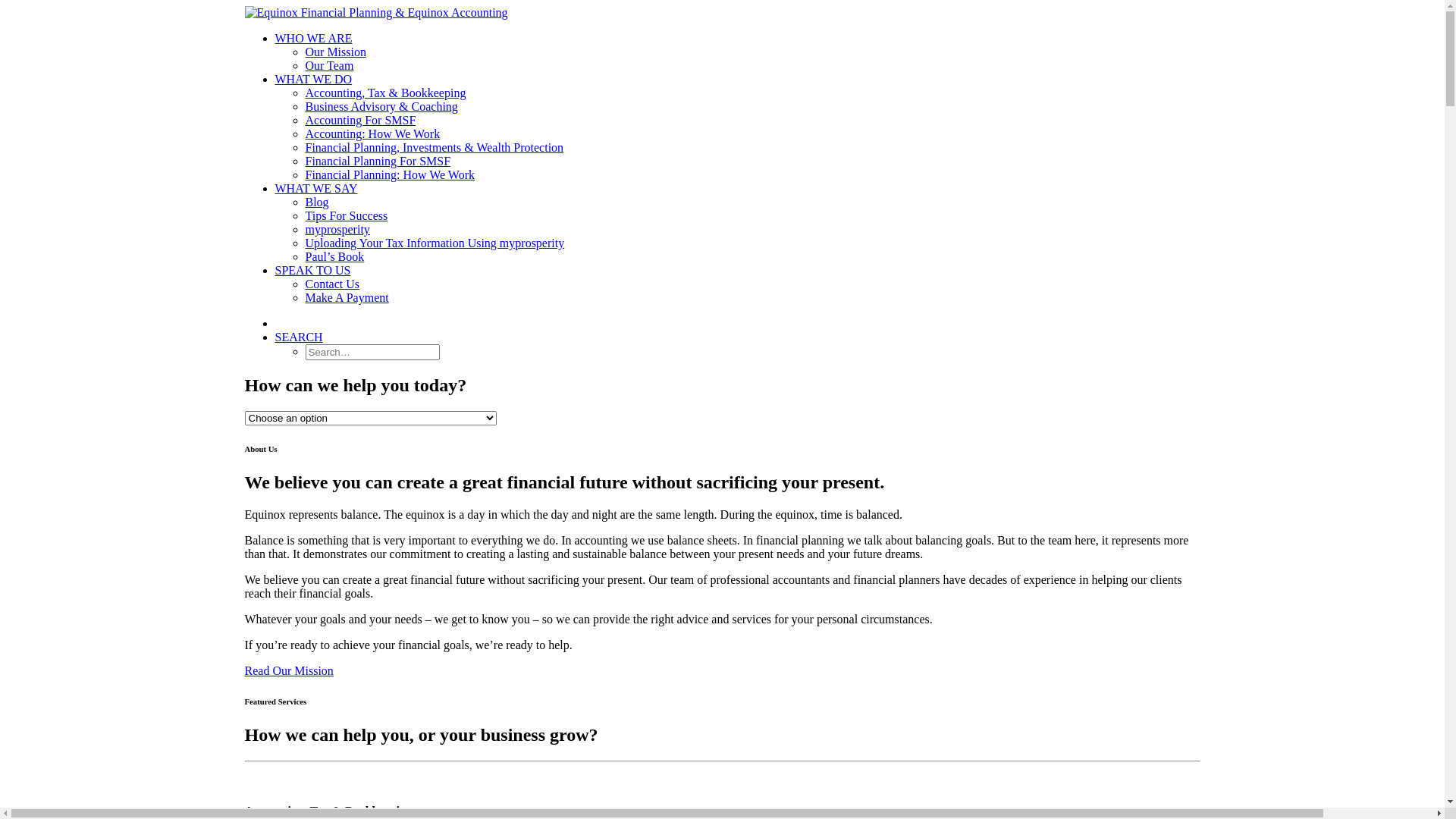  I want to click on 'Our Team', so click(328, 64).